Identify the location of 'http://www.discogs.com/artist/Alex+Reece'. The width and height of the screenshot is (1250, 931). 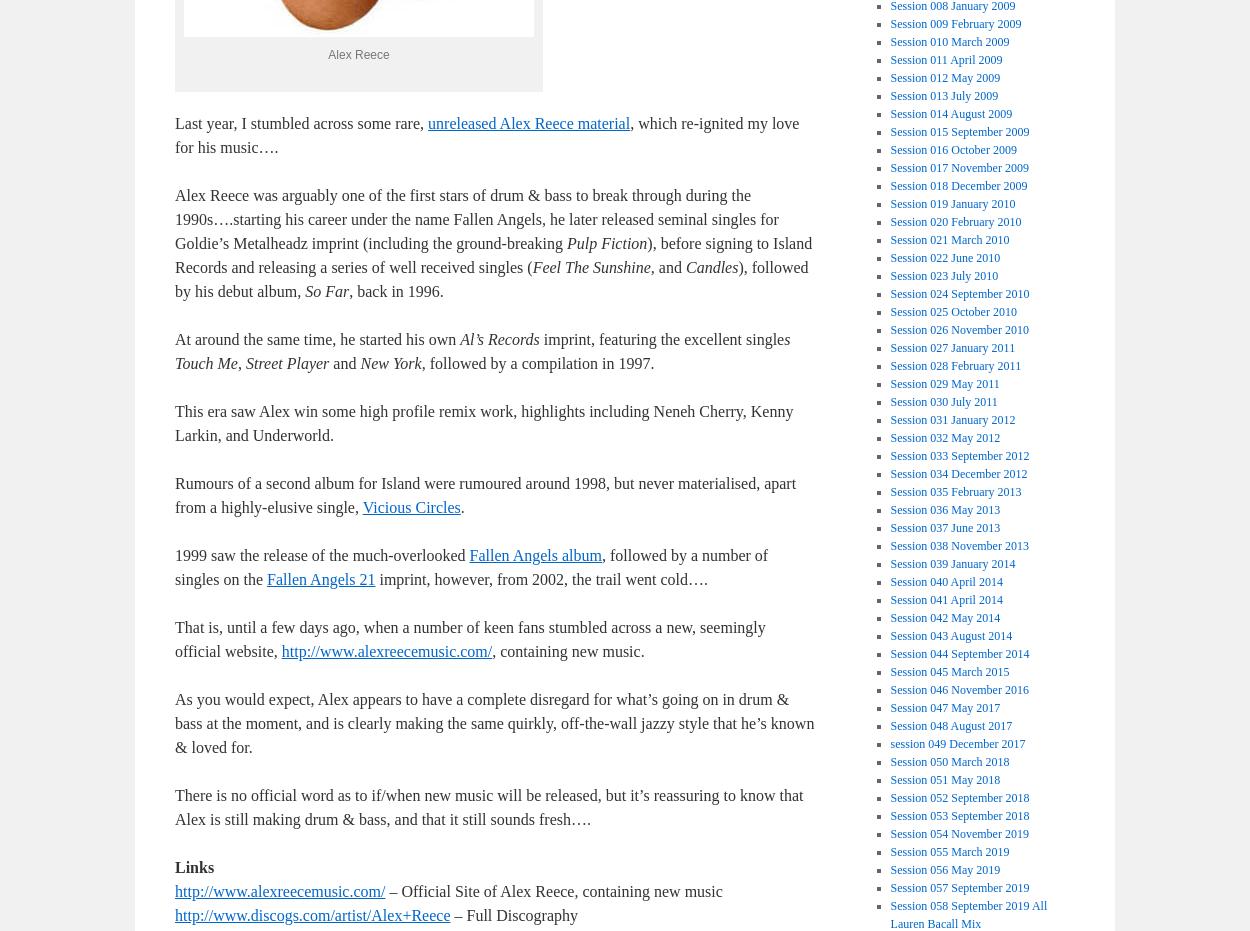
(175, 915).